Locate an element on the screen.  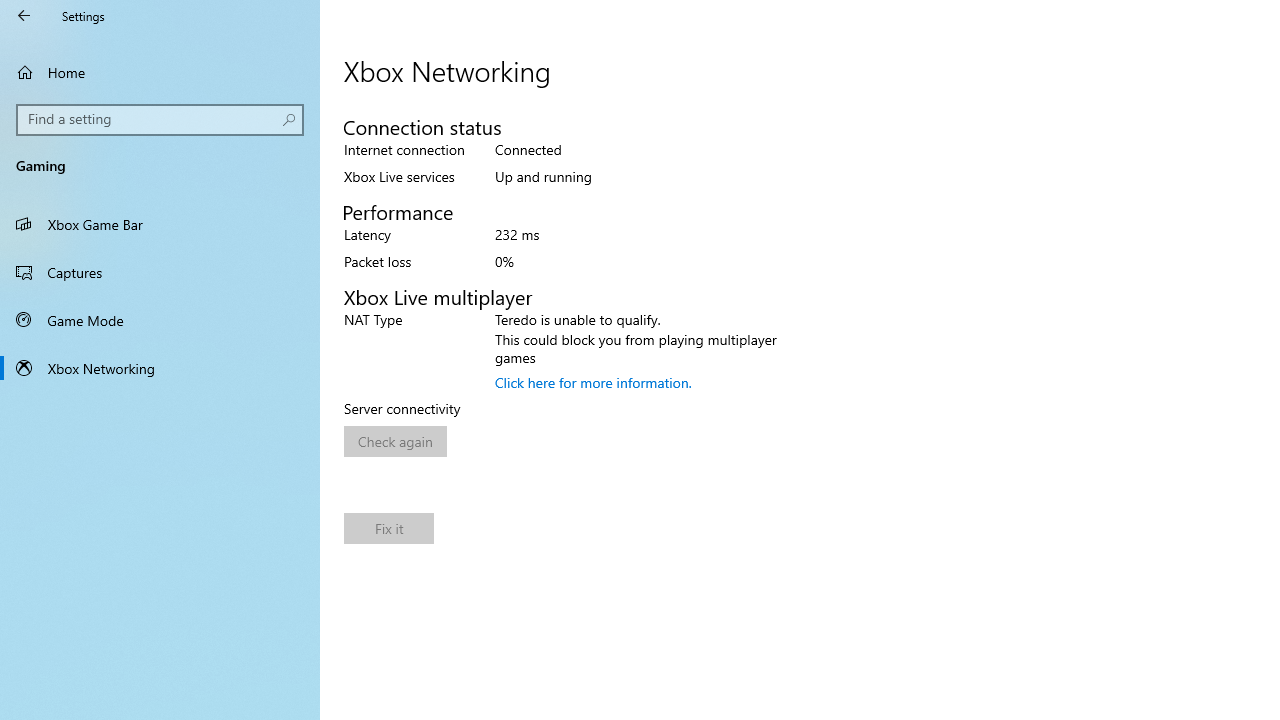
'Home' is located at coordinates (160, 71).